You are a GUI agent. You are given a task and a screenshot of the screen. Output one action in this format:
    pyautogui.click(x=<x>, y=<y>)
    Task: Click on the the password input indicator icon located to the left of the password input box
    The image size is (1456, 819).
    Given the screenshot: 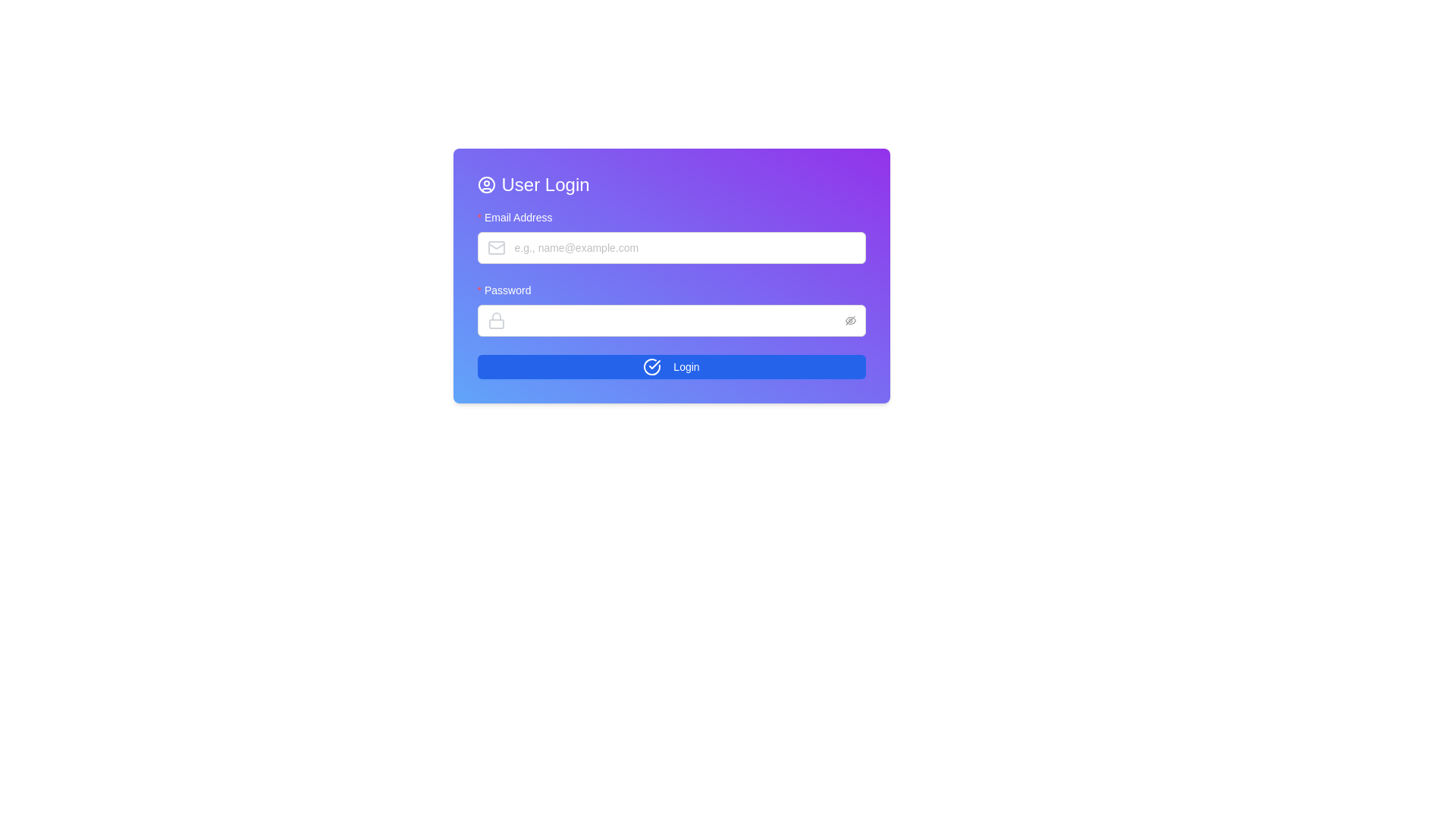 What is the action you would take?
    pyautogui.click(x=499, y=320)
    